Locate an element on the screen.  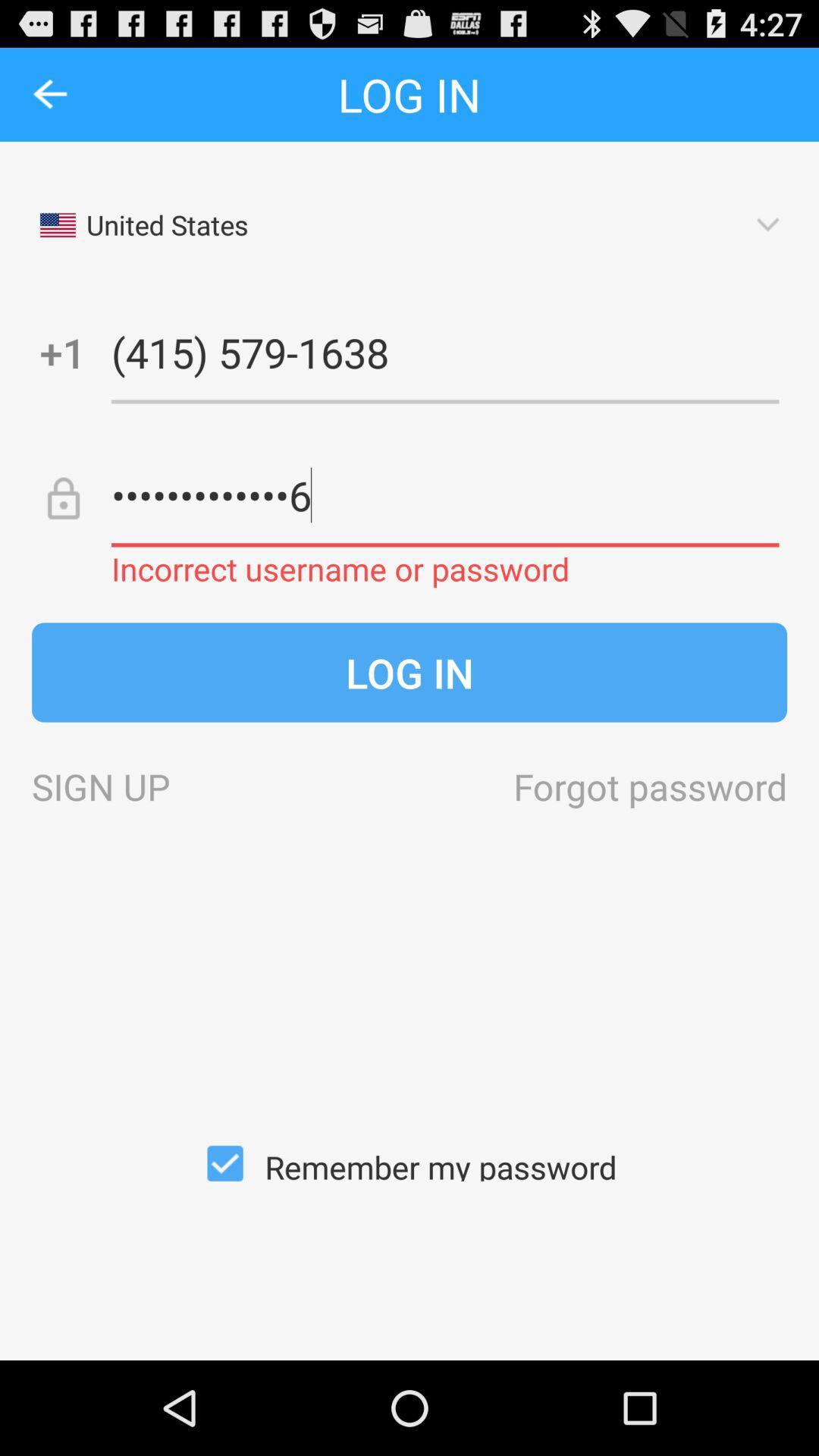
the password field is located at coordinates (444, 494).